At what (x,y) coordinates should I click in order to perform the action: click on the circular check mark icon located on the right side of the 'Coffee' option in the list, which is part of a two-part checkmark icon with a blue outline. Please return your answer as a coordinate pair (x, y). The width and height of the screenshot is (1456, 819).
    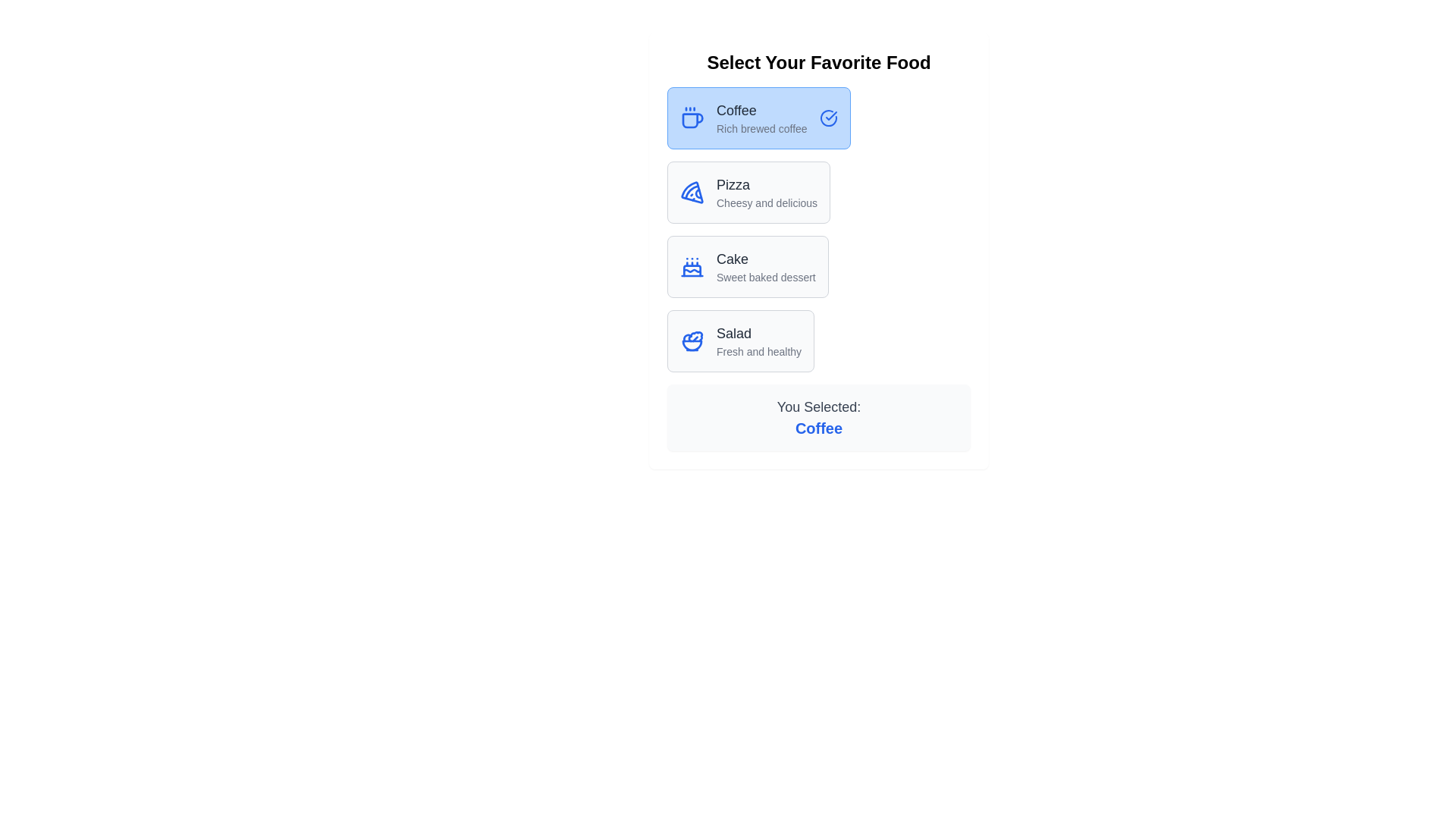
    Looking at the image, I should click on (827, 117).